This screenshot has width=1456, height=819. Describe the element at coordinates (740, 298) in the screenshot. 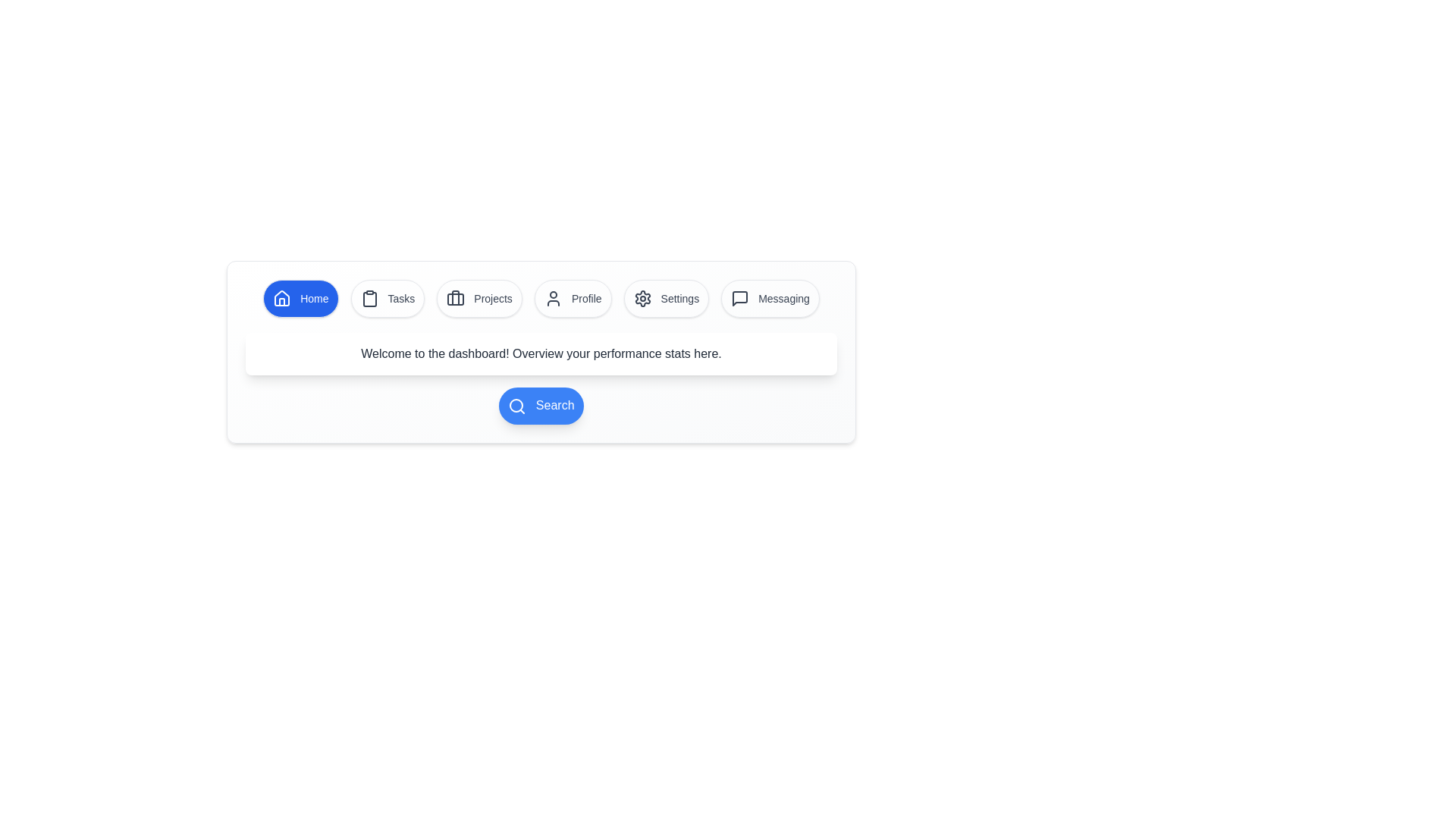

I see `the compact square-shaped icon on the left side of the 'Messaging' button` at that location.